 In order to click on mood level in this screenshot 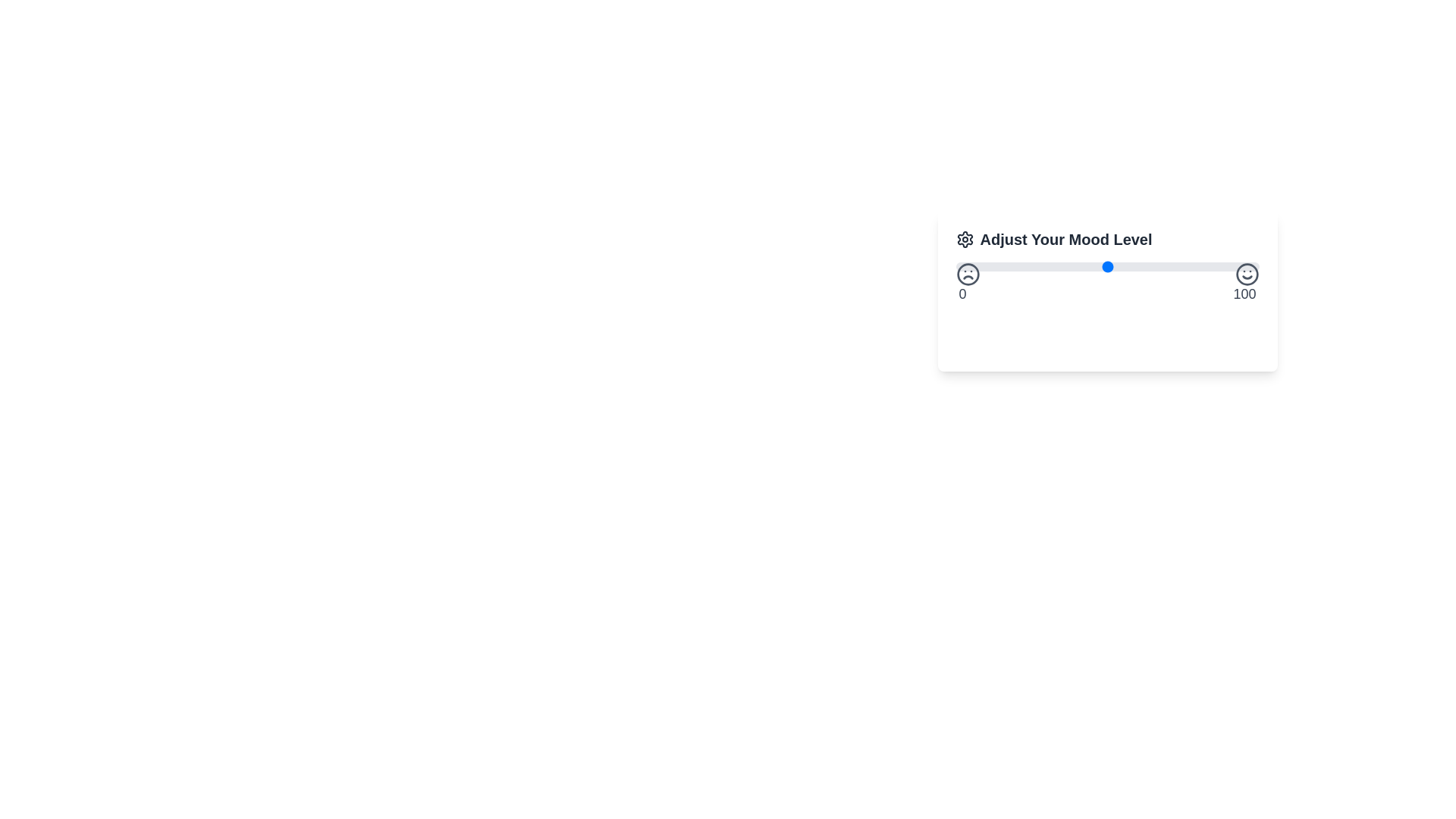, I will do `click(1095, 265)`.